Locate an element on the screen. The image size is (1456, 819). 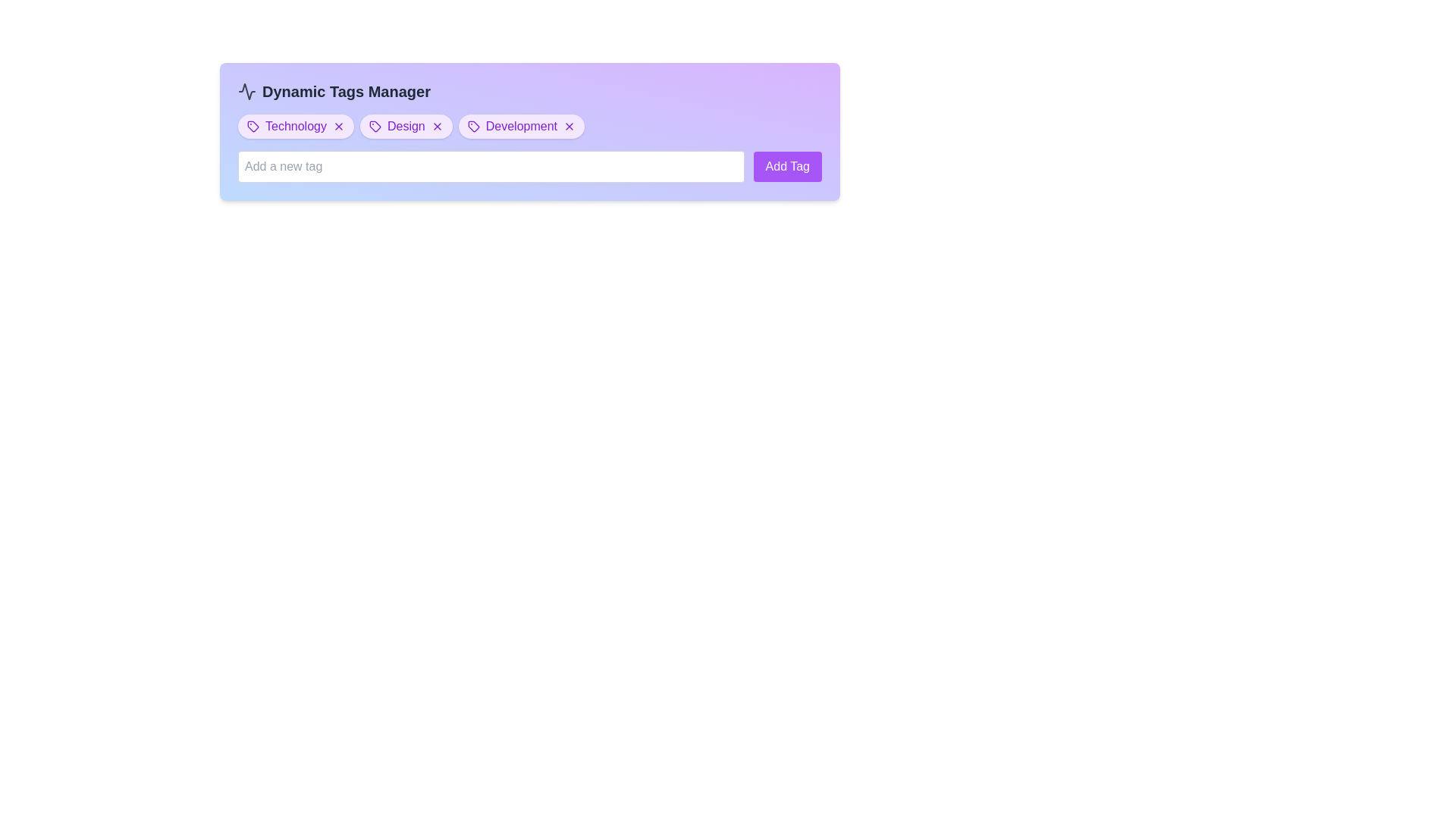
the icon element resembling a tag, which is located to the immediate left of the text 'Design' in the header row of the 'Dynamic Tags Manager' section is located at coordinates (375, 125).